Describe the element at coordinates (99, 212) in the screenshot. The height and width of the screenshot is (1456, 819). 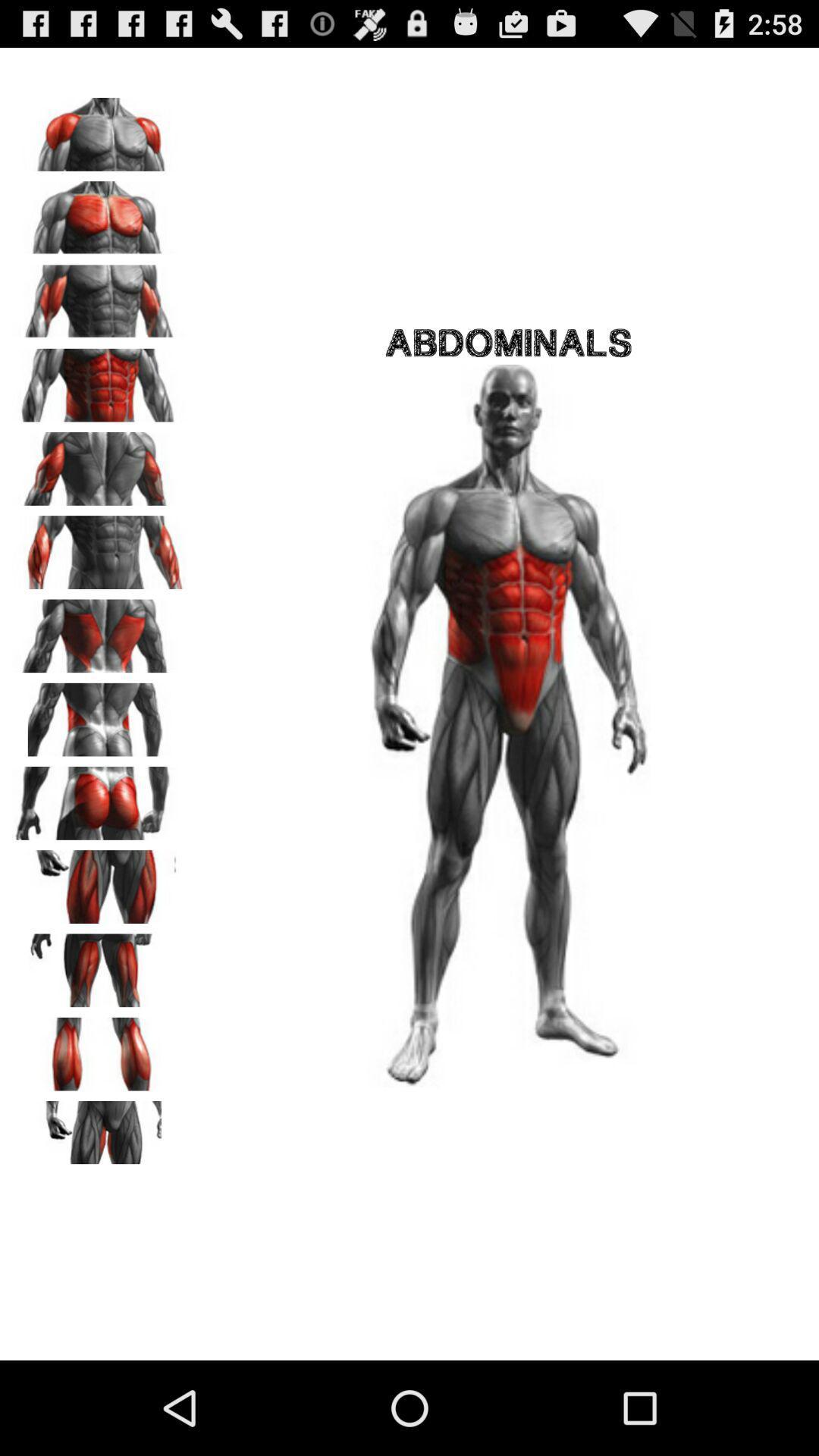
I see `highlight pectorals` at that location.